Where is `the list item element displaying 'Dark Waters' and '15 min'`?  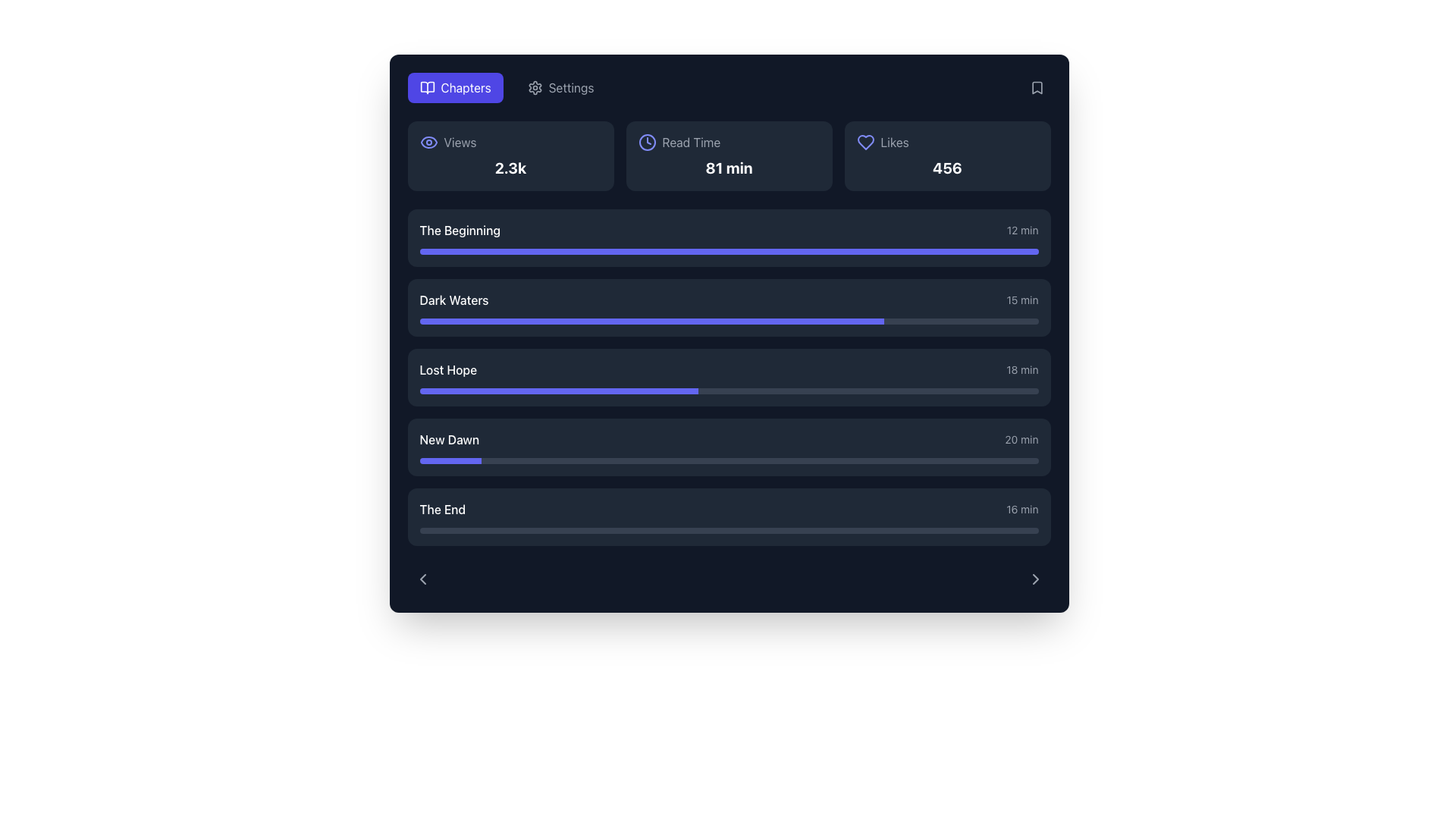
the list item element displaying 'Dark Waters' and '15 min' is located at coordinates (729, 300).